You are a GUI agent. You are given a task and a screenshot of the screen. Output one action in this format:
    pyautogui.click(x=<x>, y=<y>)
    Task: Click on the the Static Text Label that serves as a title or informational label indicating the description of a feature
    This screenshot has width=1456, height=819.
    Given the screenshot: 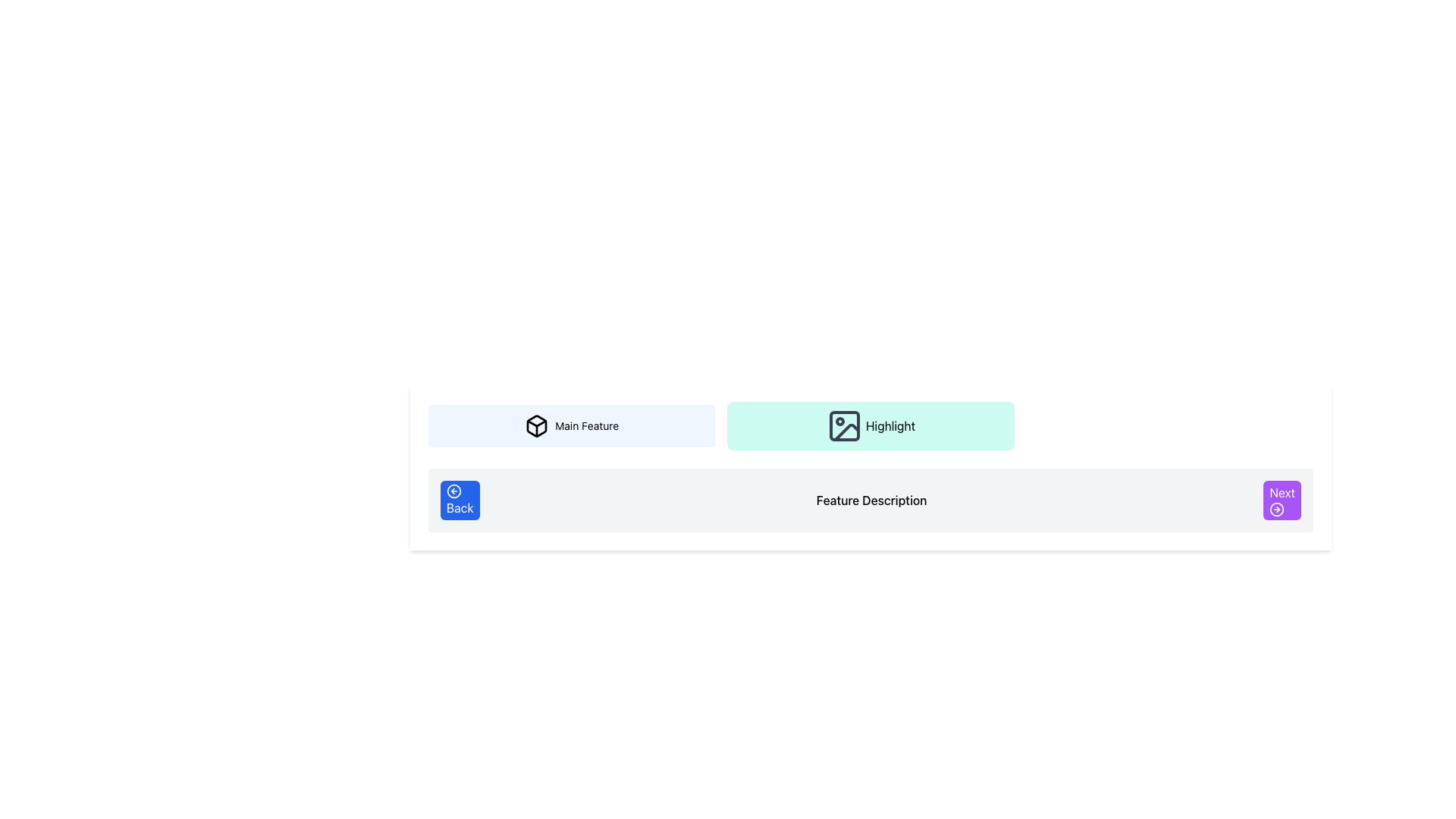 What is the action you would take?
    pyautogui.click(x=871, y=500)
    